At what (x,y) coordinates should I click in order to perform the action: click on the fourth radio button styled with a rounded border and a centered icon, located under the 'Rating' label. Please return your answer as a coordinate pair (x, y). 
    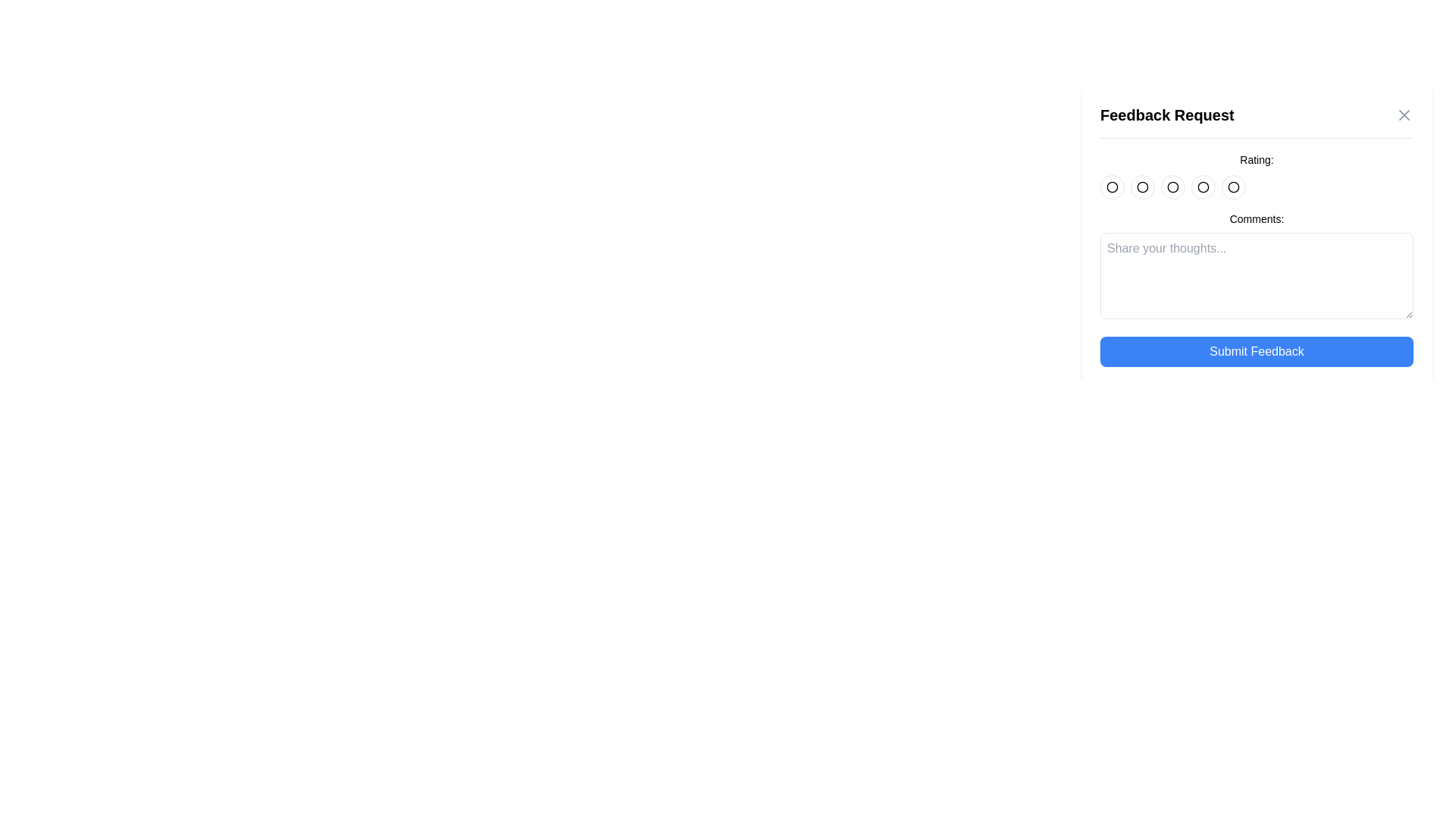
    Looking at the image, I should click on (1172, 186).